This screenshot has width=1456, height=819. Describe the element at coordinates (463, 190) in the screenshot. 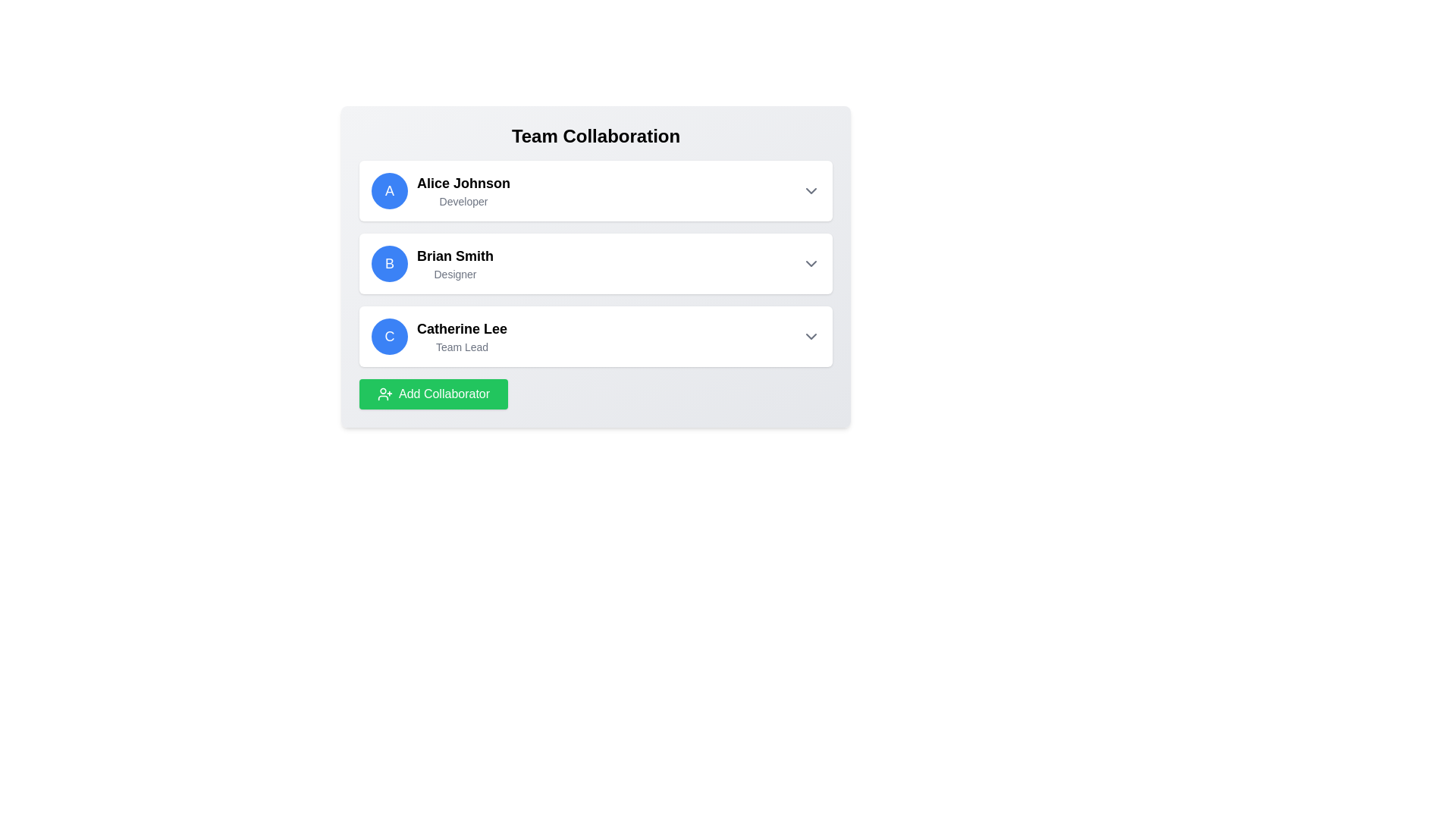

I see `the text block displaying 'Alice Johnson' and 'Developer', which is aligned to the left within a white rectangle, positioned to the right of a circular blue icon with the letter 'A'` at that location.